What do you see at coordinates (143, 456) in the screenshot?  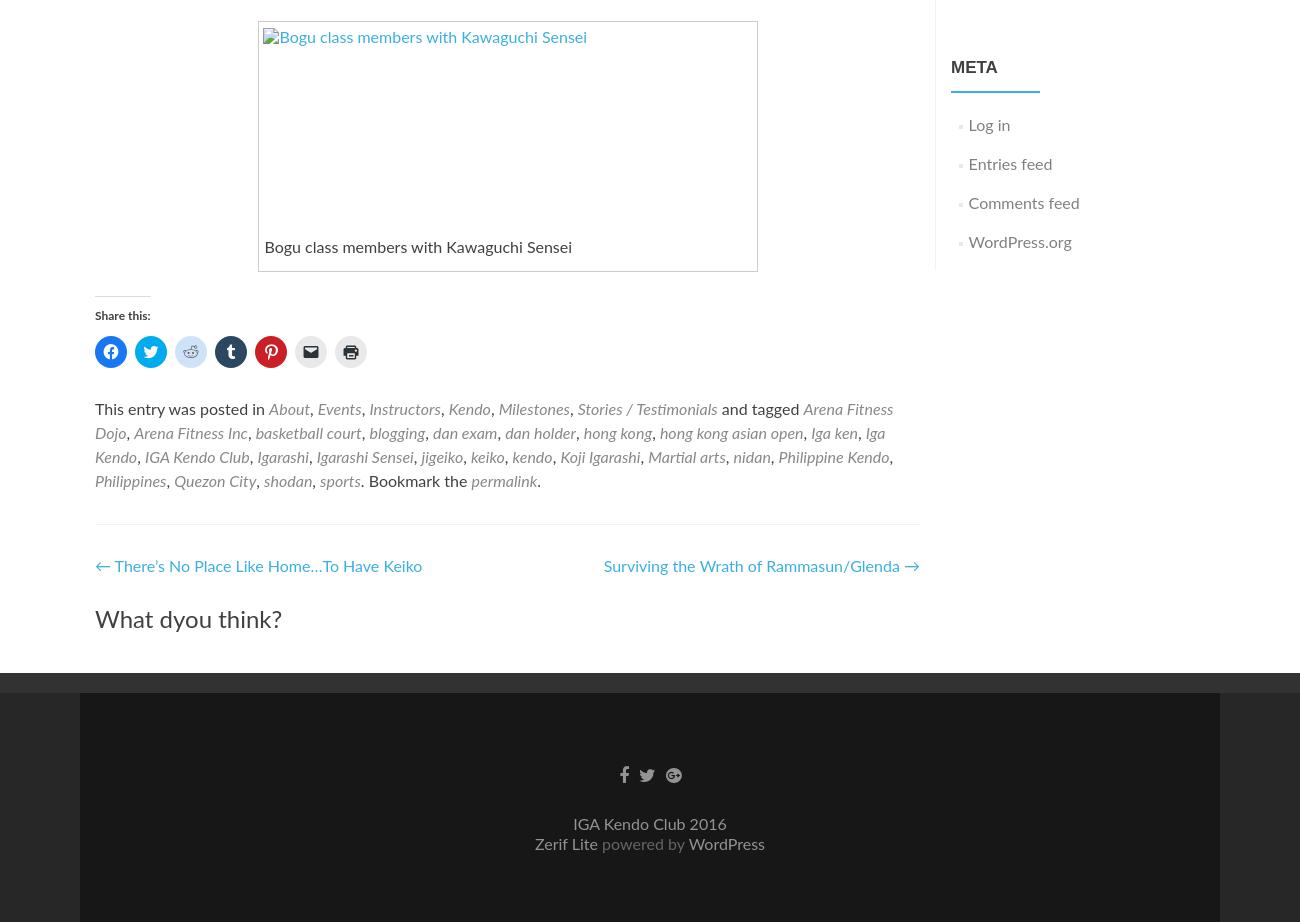 I see `'IGA Kendo Club'` at bounding box center [143, 456].